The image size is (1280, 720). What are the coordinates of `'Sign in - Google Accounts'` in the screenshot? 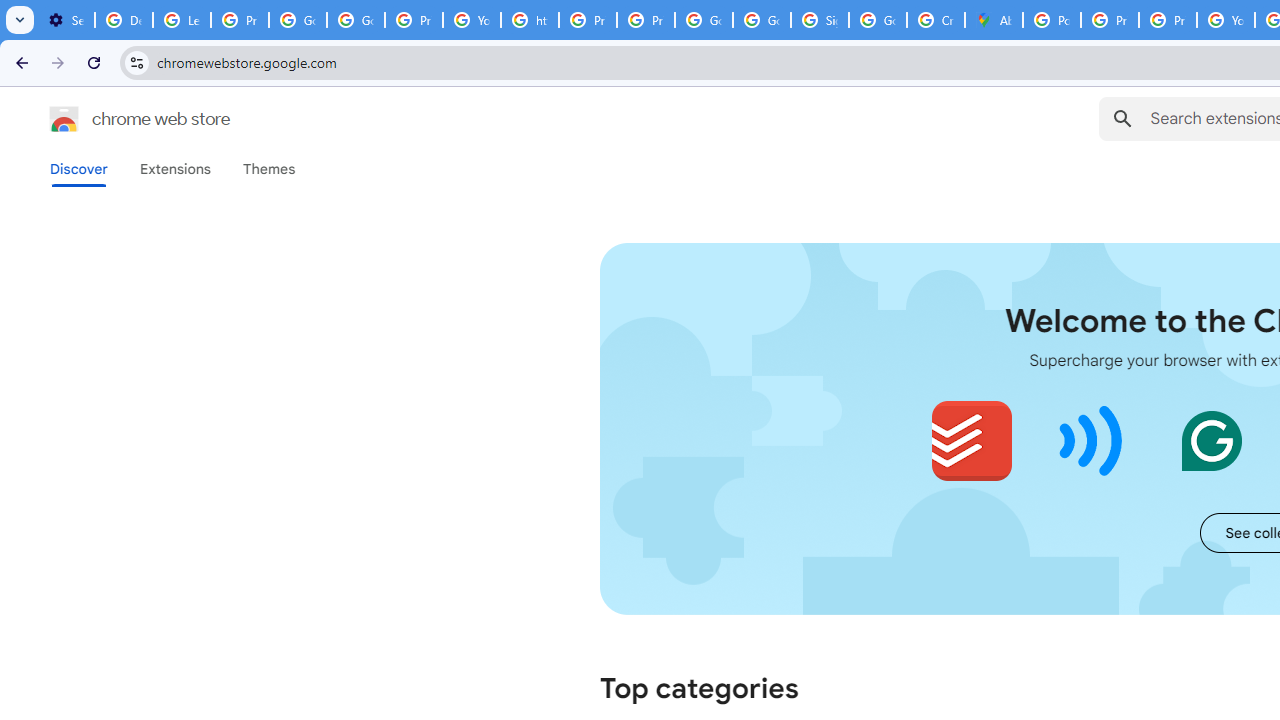 It's located at (819, 20).